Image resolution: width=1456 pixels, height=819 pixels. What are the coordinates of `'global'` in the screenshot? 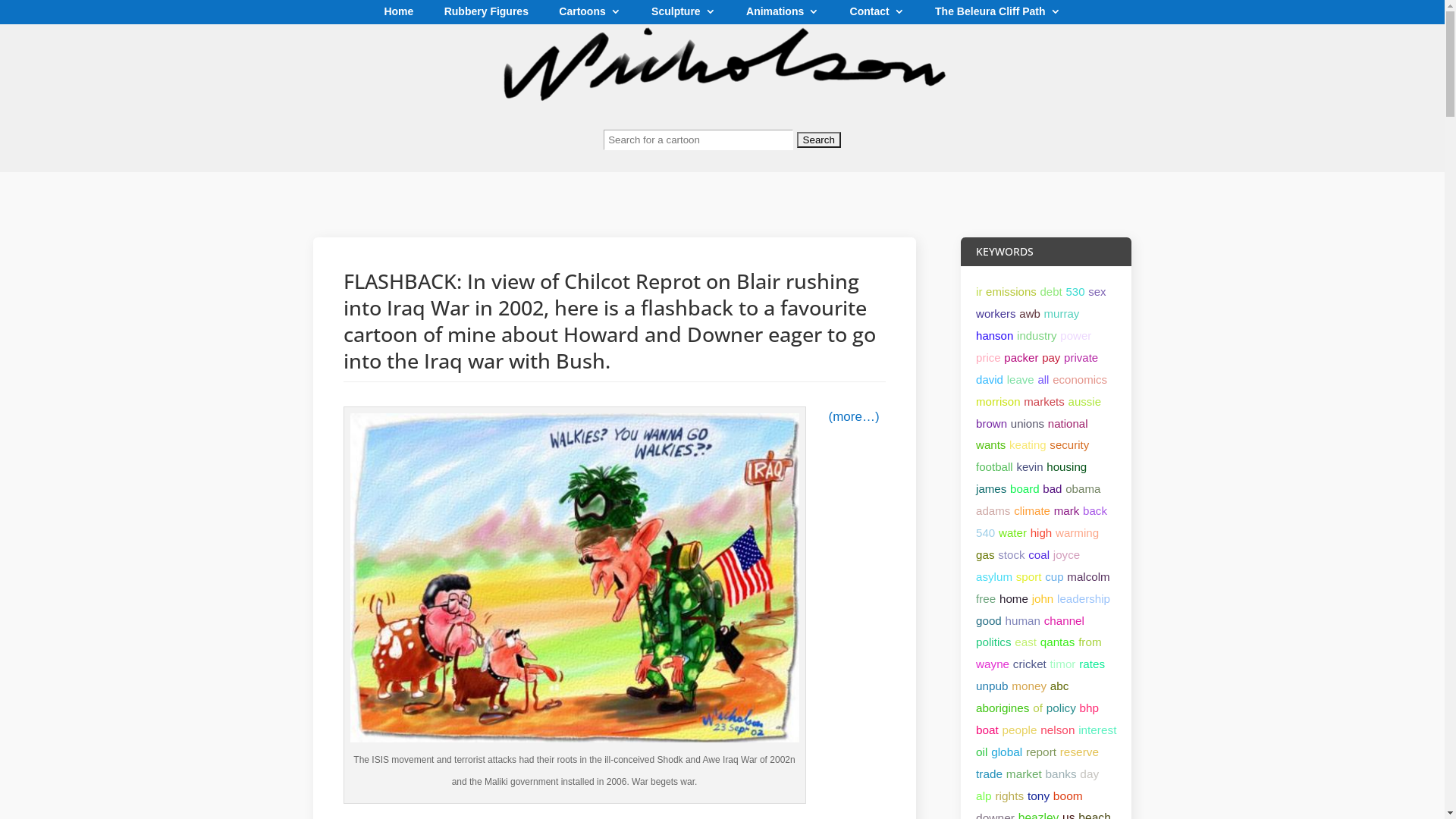 It's located at (1006, 752).